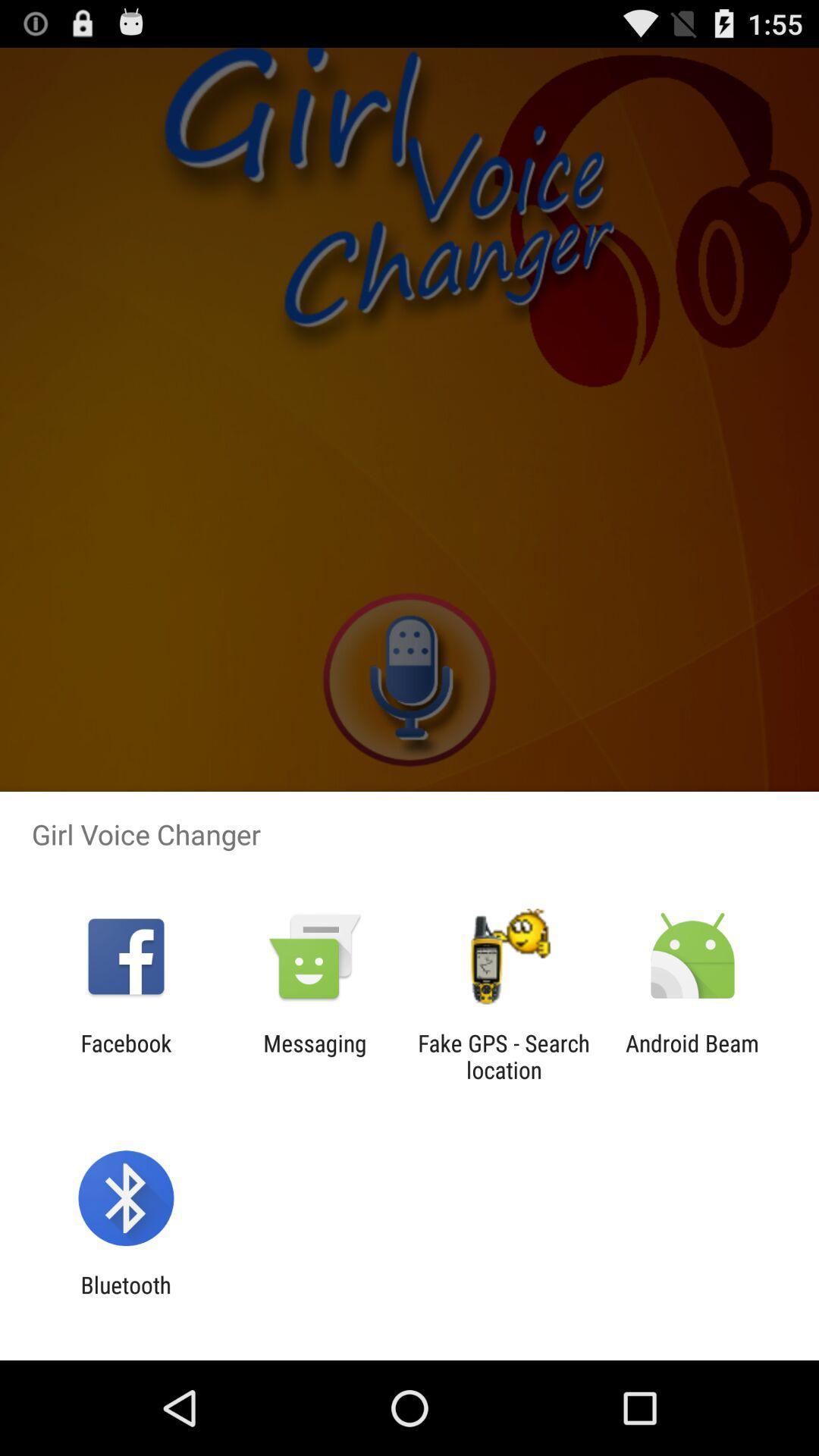  I want to click on item next to the fake gps search, so click(314, 1056).